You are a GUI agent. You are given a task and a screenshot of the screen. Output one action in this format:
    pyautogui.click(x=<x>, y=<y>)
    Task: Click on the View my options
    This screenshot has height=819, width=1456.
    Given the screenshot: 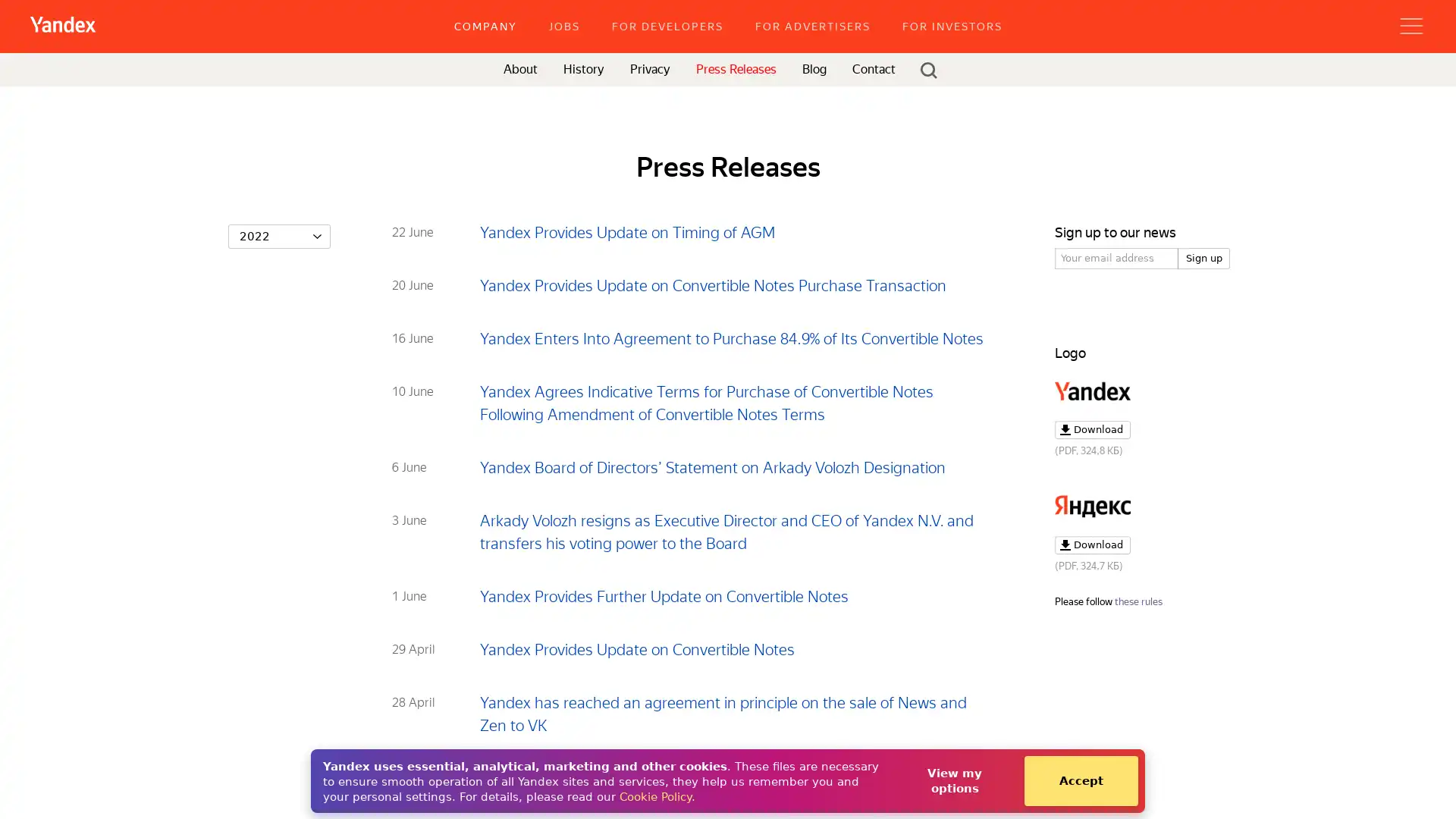 What is the action you would take?
    pyautogui.click(x=953, y=780)
    